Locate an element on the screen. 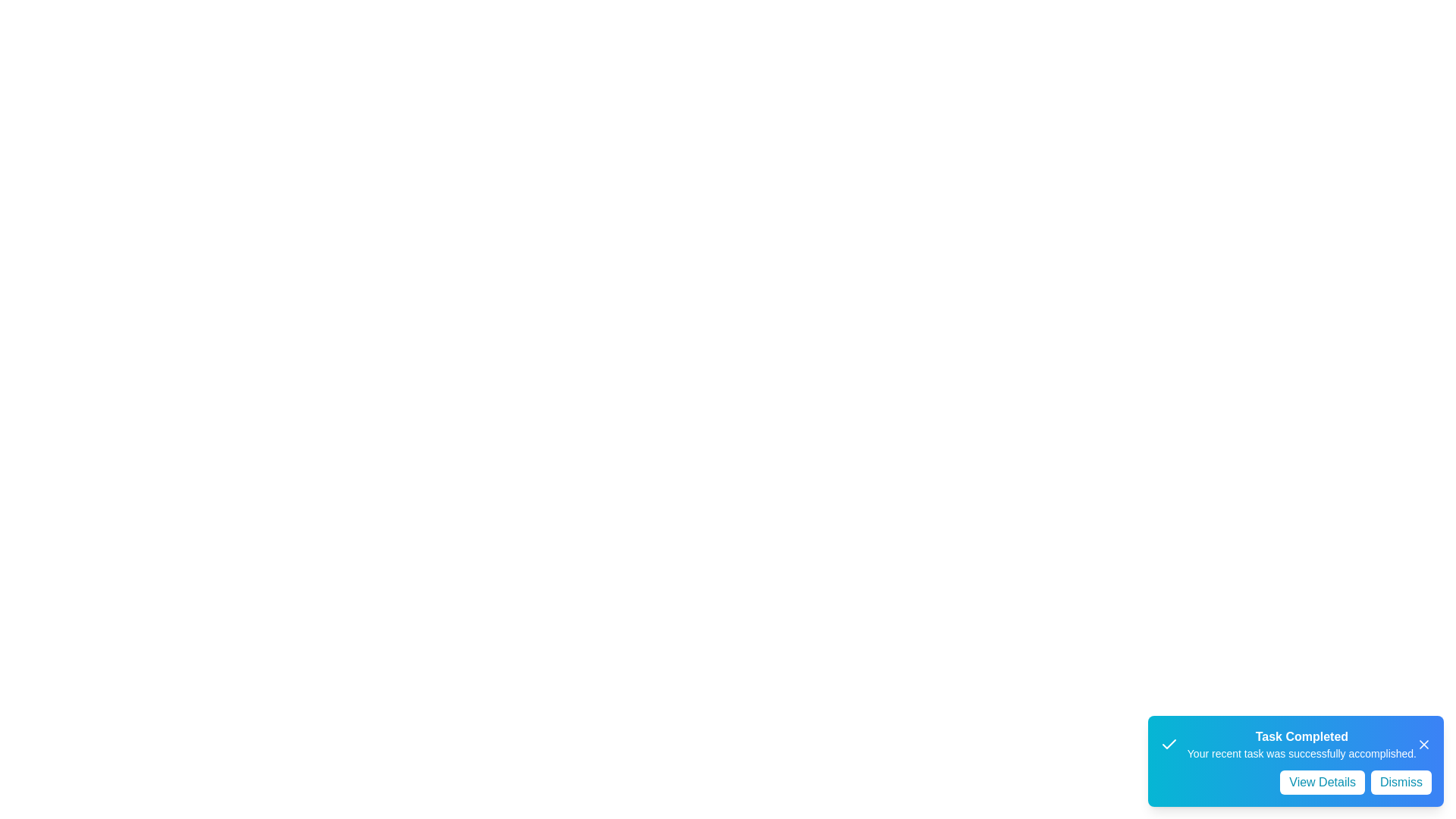  the completion confirmation icon located in the bottom-right corner of the interface is located at coordinates (1168, 744).